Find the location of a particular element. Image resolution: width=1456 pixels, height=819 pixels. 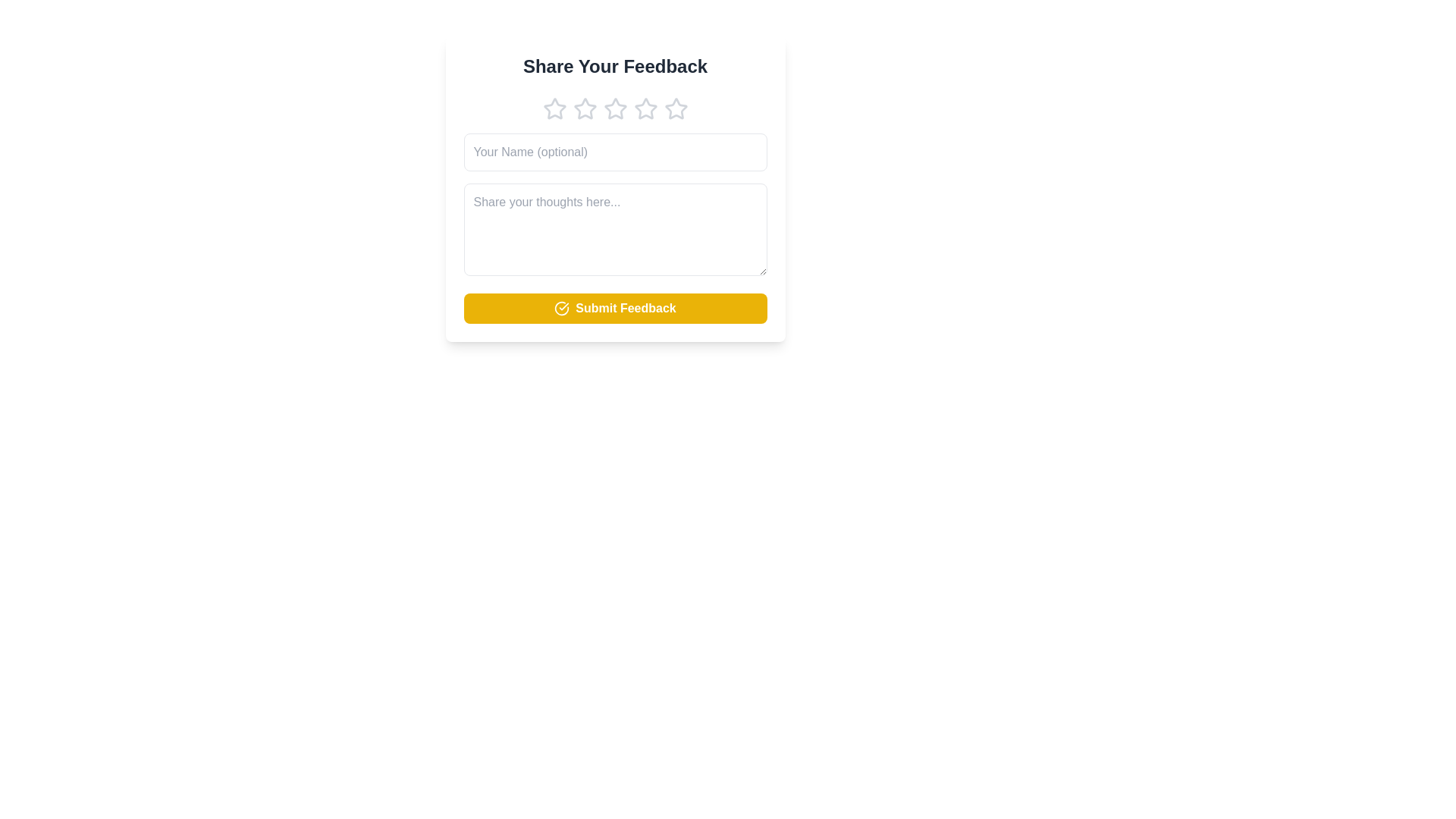

the third star icon is located at coordinates (645, 108).